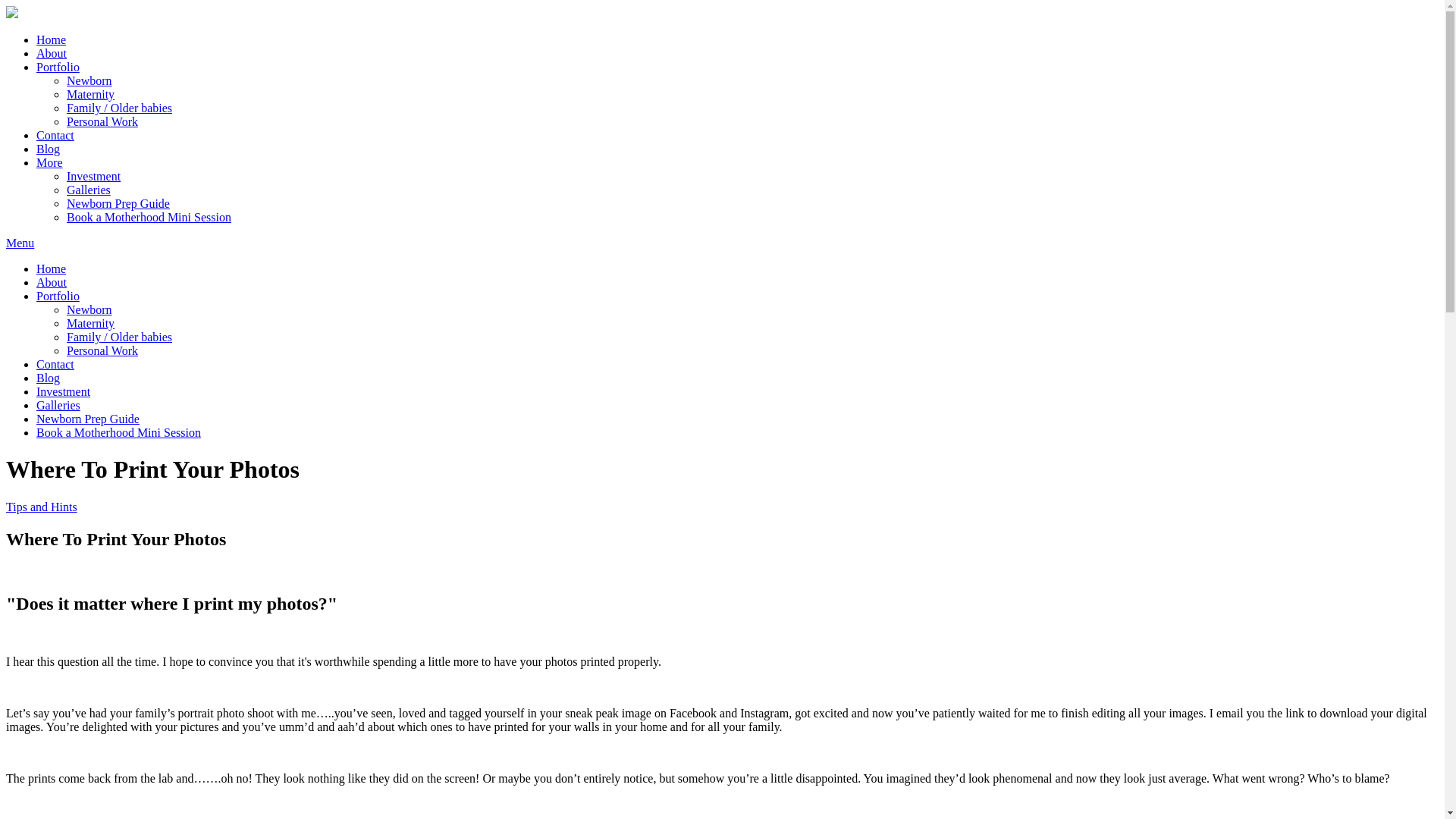 The image size is (1456, 819). What do you see at coordinates (89, 80) in the screenshot?
I see `'Newborn'` at bounding box center [89, 80].